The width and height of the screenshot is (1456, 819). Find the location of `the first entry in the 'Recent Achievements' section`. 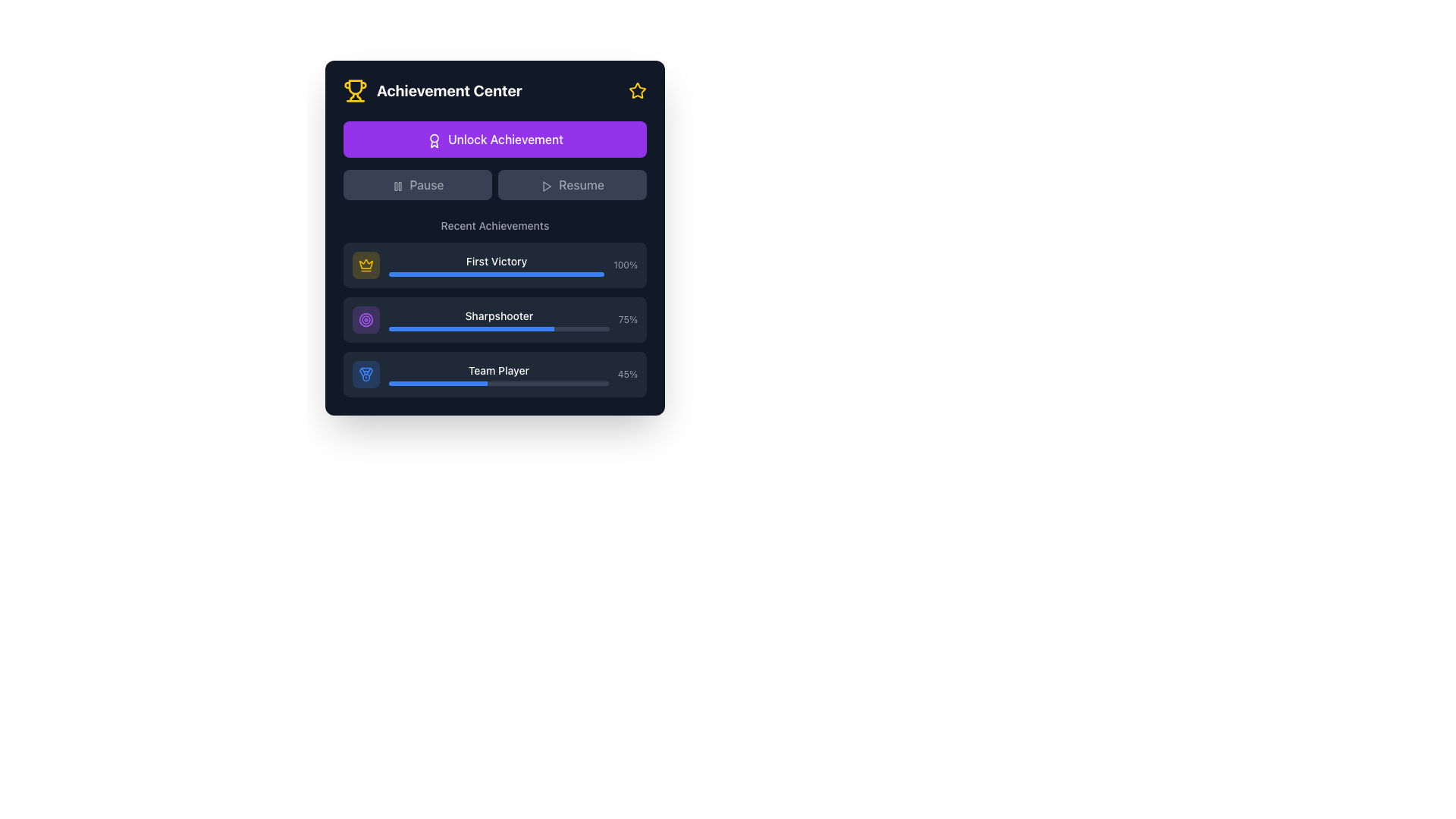

the first entry in the 'Recent Achievements' section is located at coordinates (494, 265).